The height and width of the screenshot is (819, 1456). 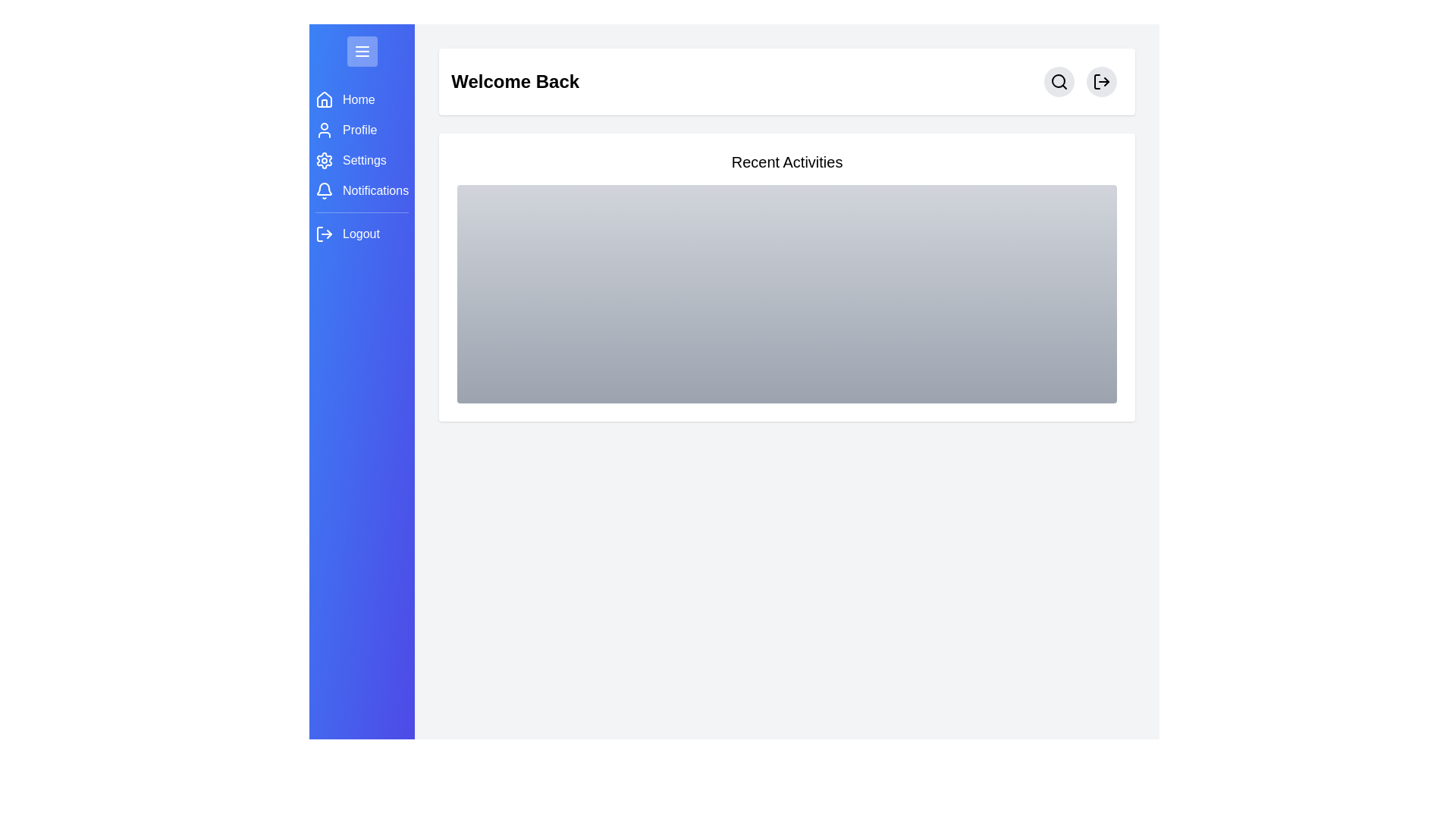 I want to click on the 'Profile' text label located in the vertical navigation menu, so click(x=359, y=130).